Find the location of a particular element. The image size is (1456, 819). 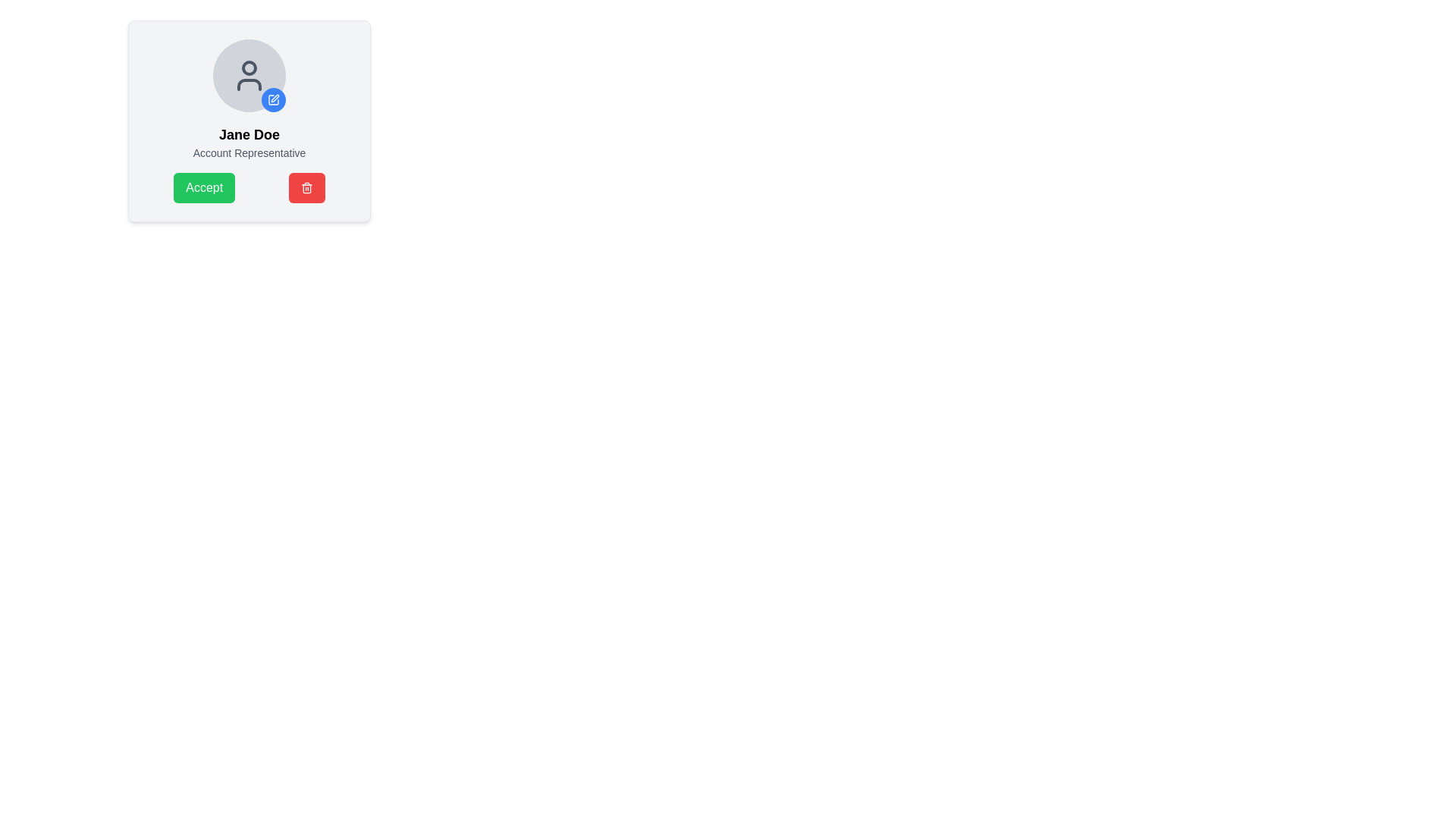

the user avatar icon representing 'Jane Doe' located at the top of the profile card is located at coordinates (249, 76).